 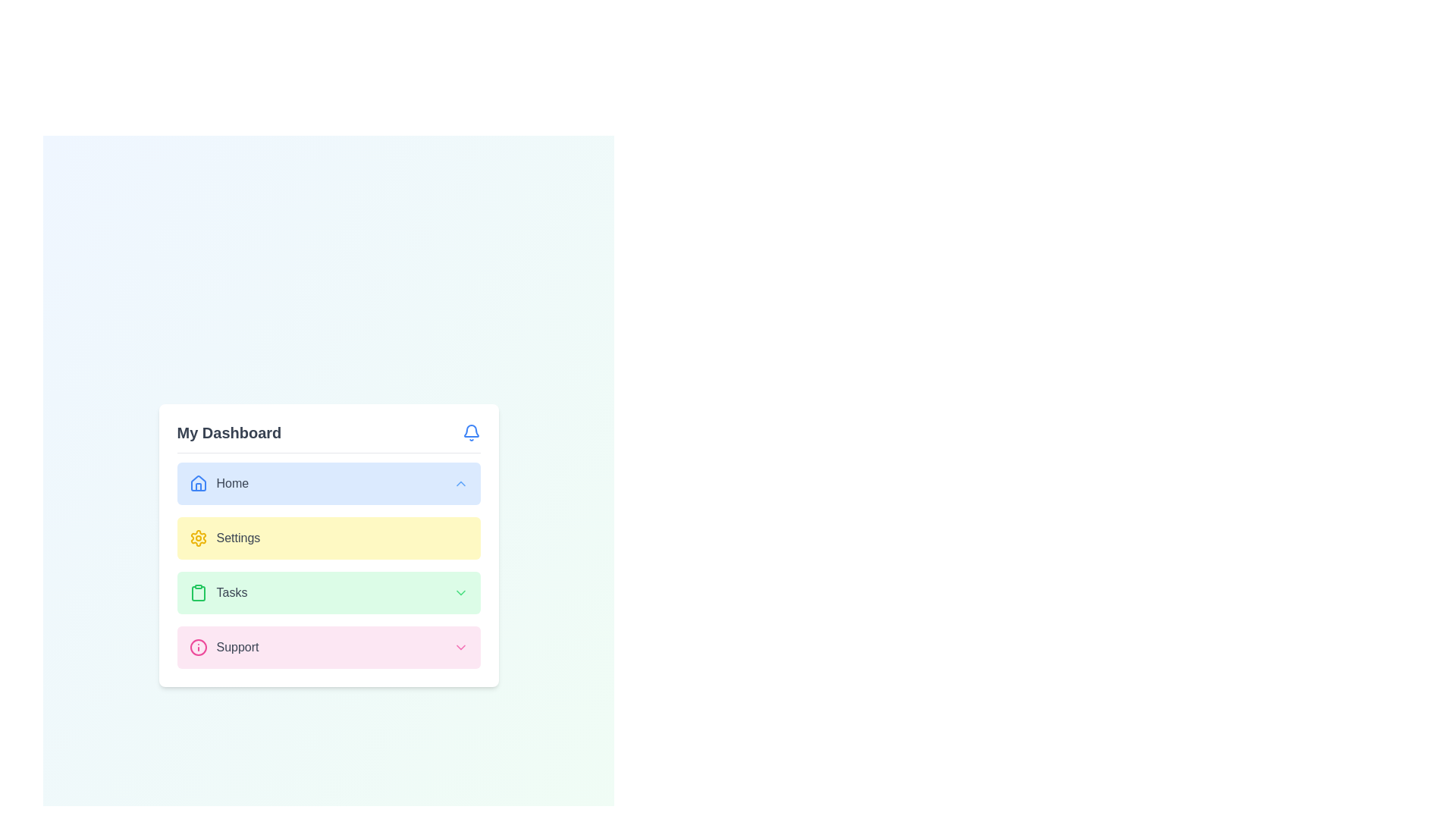 I want to click on the 'Tasks' menu item, which is located in the third section of the dashboard menu, positioned below 'Settings' and above 'Support', so click(x=218, y=591).